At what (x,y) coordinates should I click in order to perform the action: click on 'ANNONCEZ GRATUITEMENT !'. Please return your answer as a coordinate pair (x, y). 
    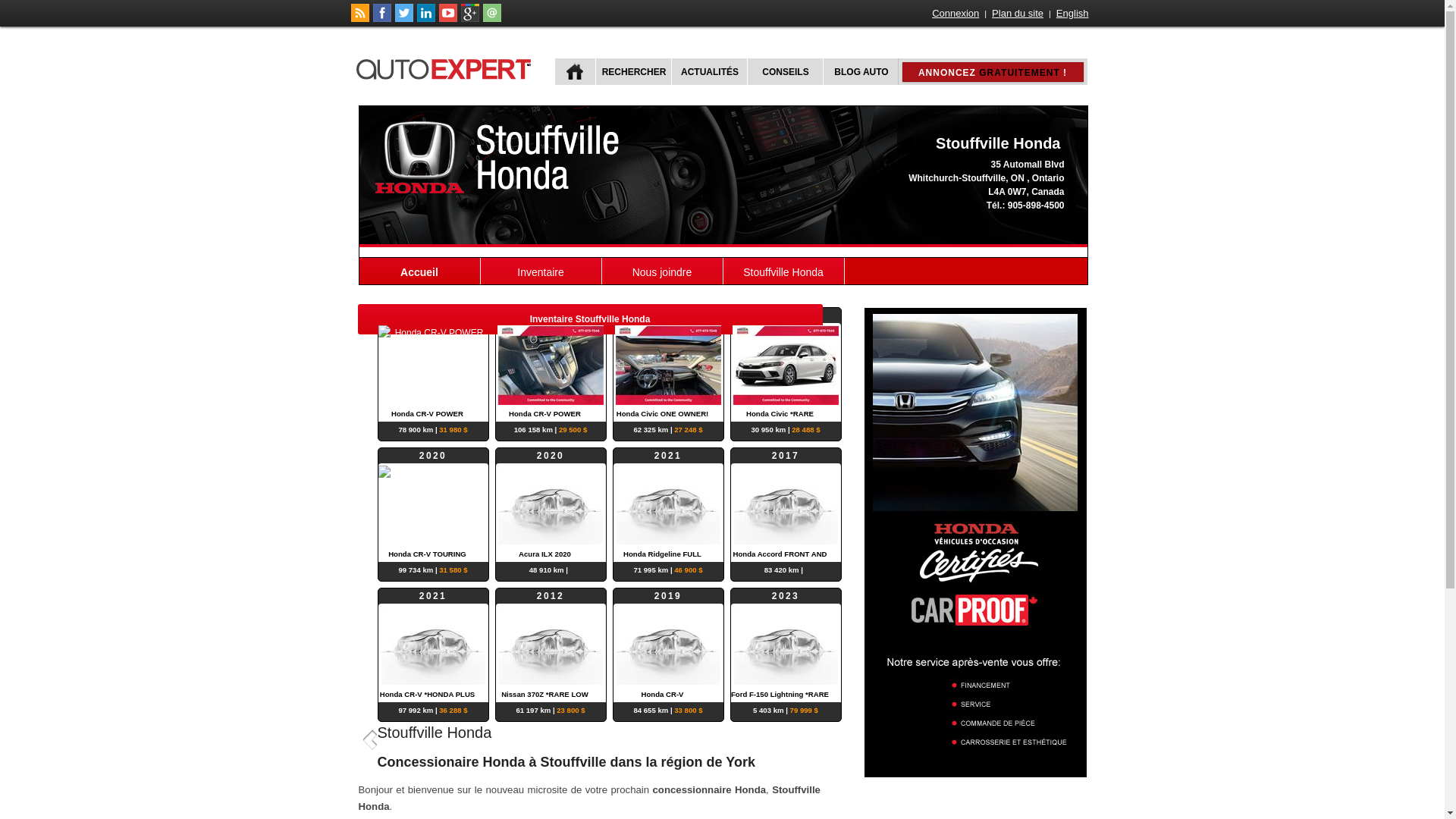
    Looking at the image, I should click on (993, 72).